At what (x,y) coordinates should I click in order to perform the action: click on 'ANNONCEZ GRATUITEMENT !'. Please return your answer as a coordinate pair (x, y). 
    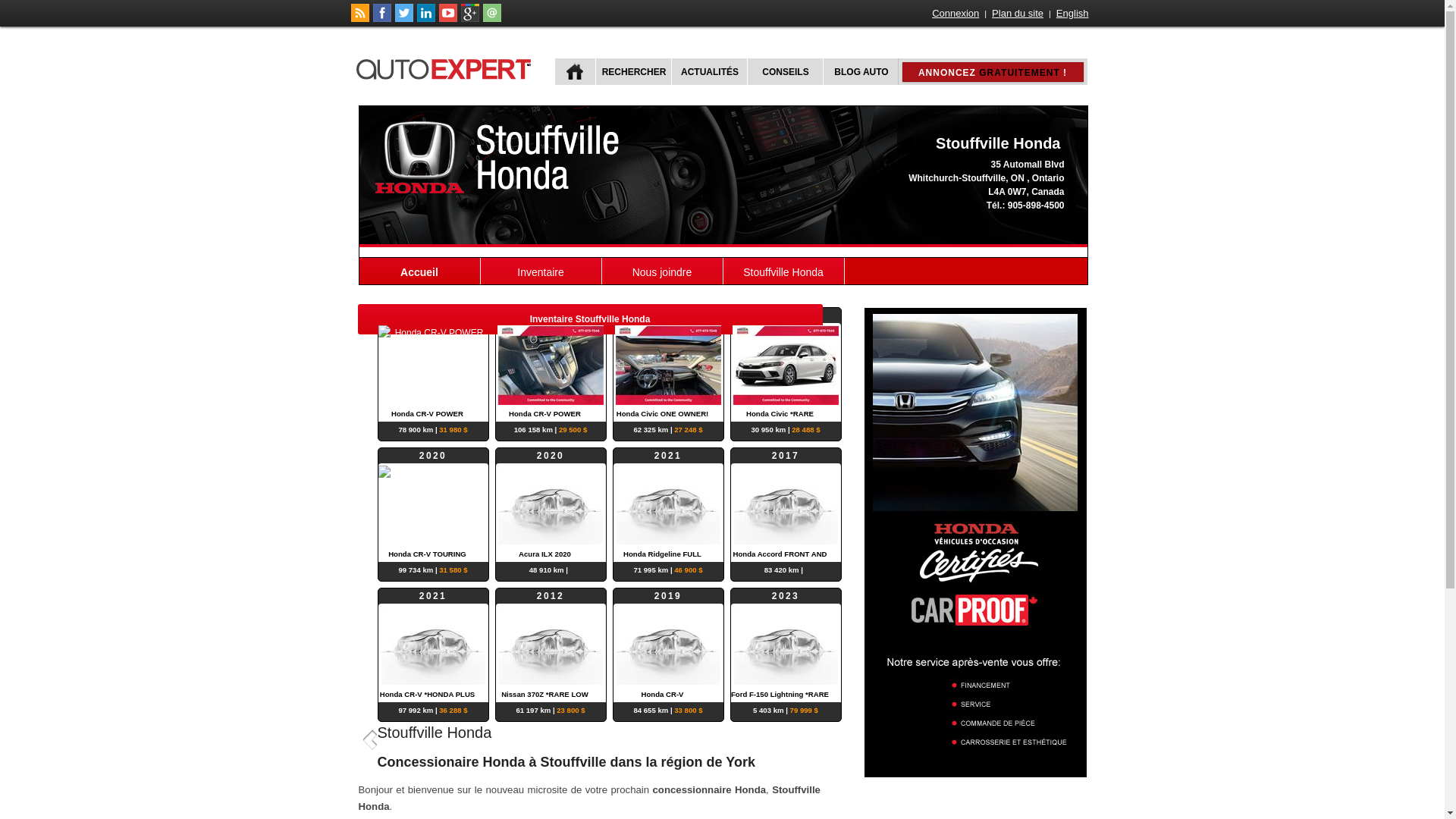
    Looking at the image, I should click on (993, 72).